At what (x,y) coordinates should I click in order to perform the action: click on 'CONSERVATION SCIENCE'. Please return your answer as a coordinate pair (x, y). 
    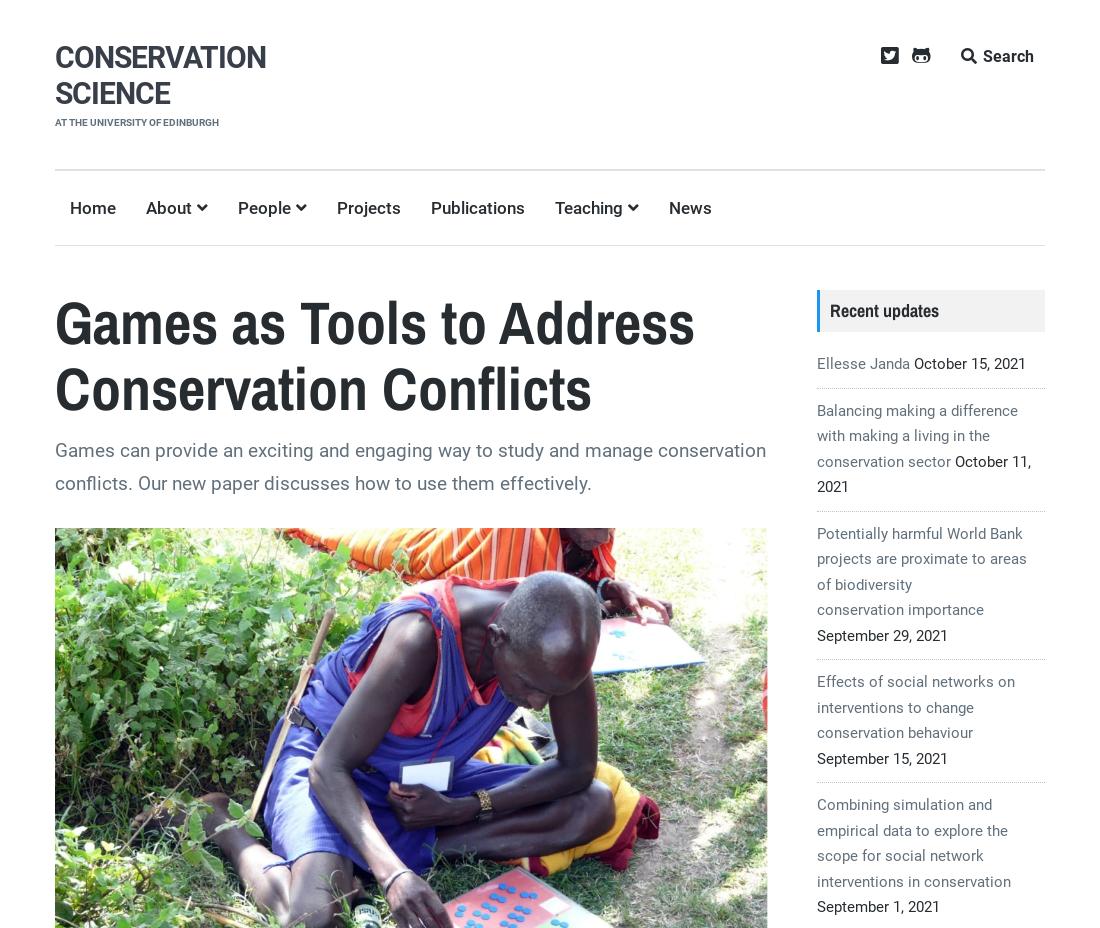
    Looking at the image, I should click on (54, 73).